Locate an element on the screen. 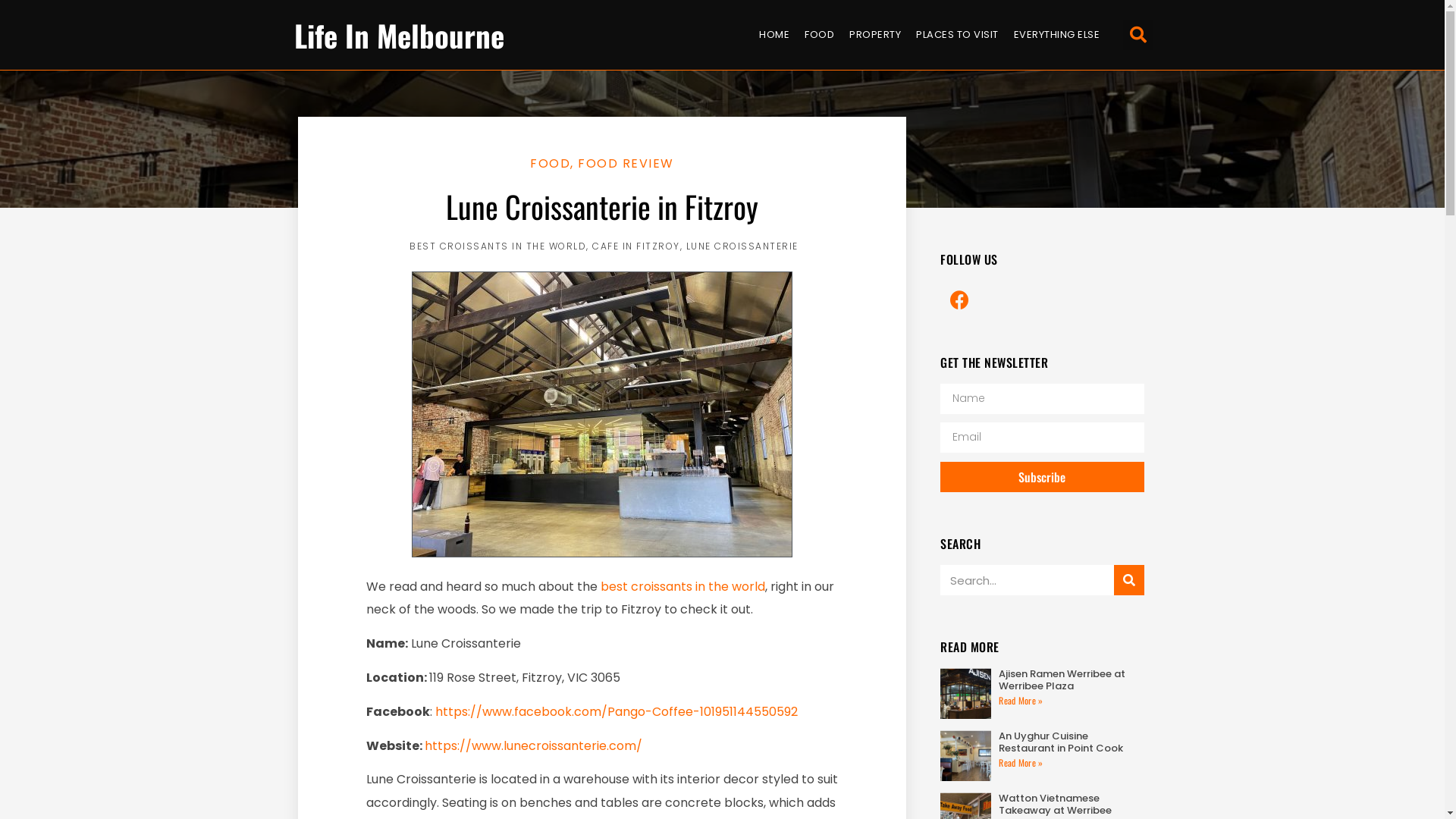 The width and height of the screenshot is (1456, 819). 'best croissants in the world' is located at coordinates (682, 585).